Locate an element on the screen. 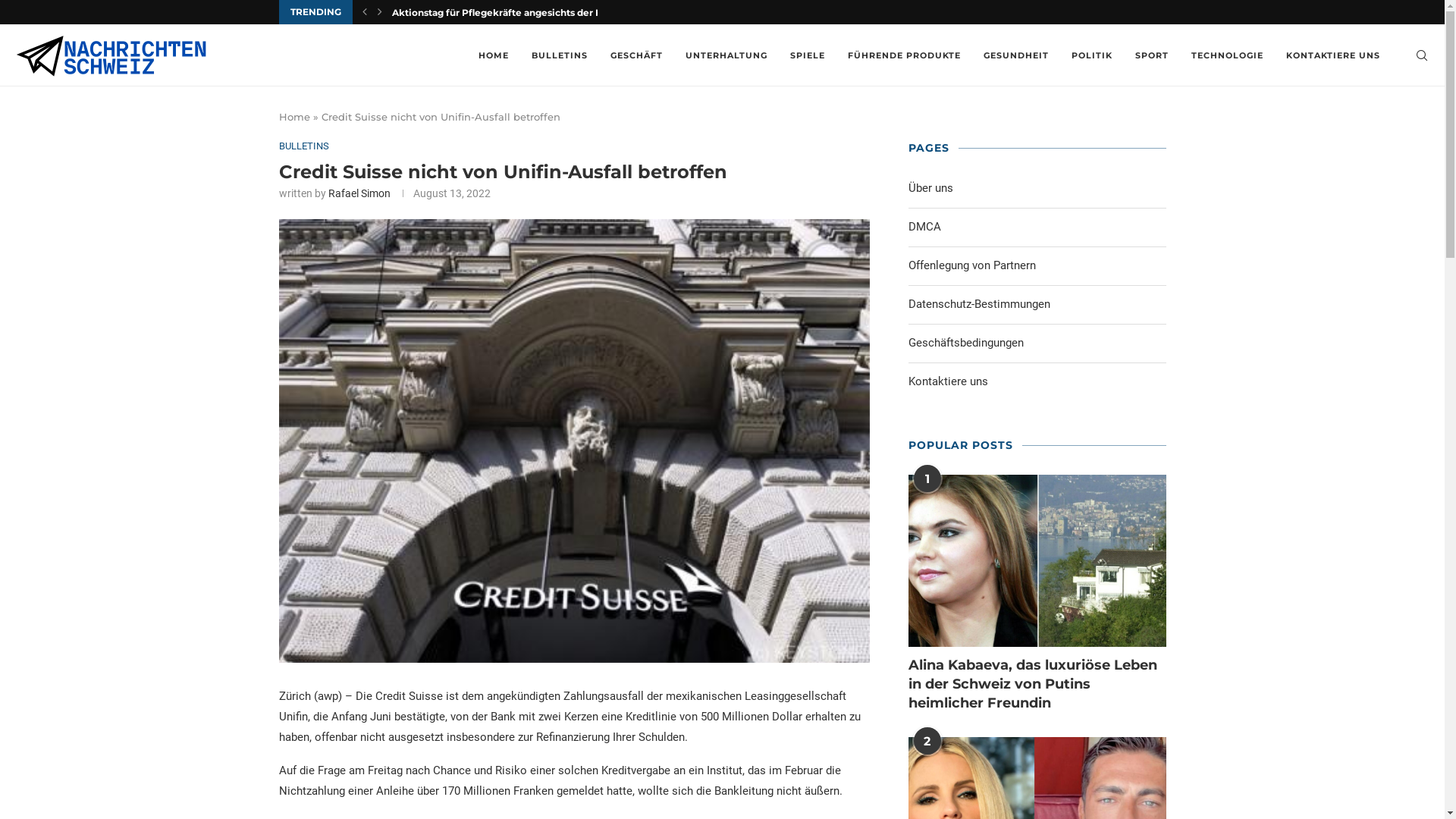 The height and width of the screenshot is (819, 1456). 'Rafael Simon' is located at coordinates (358, 192).